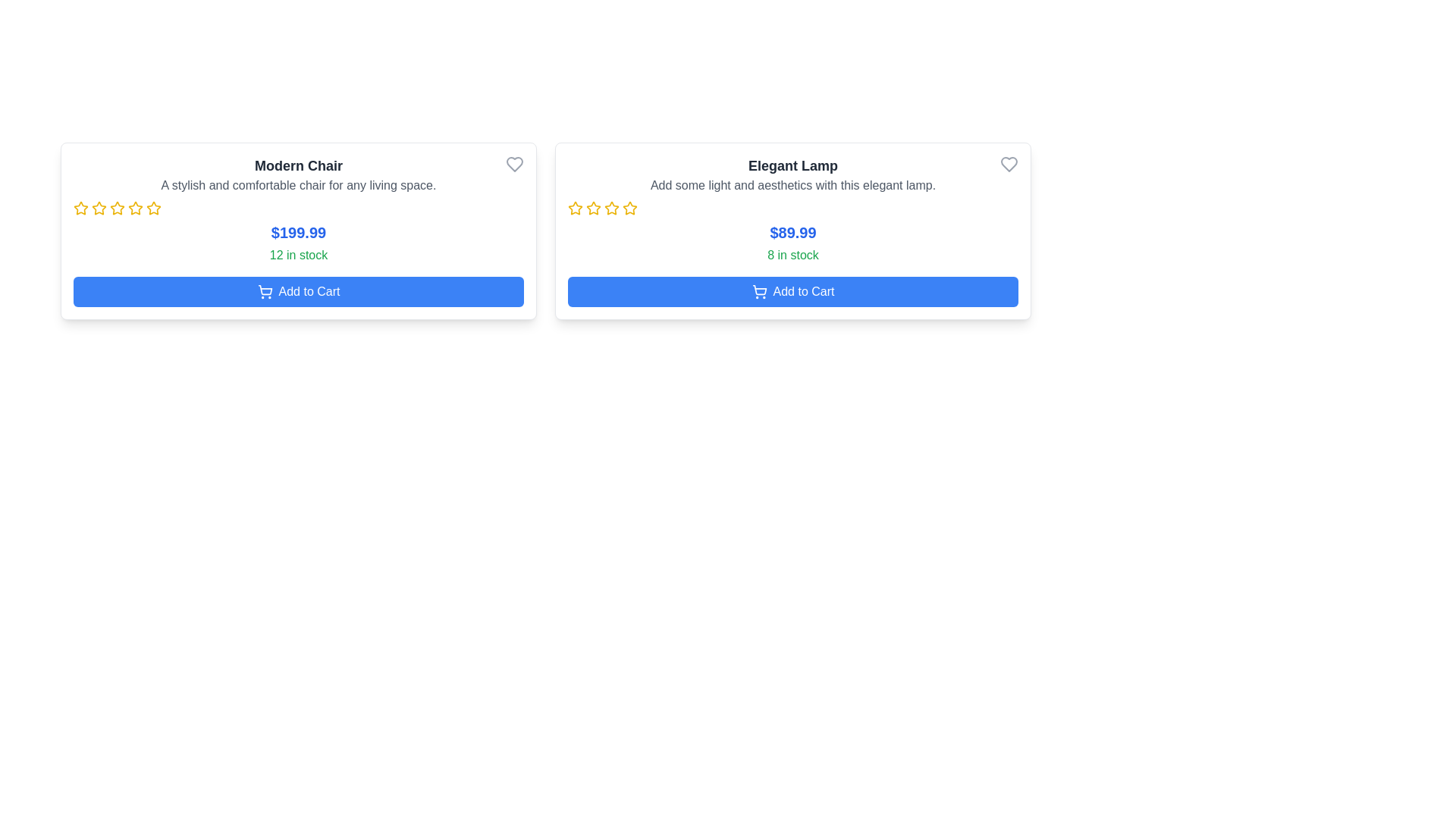 This screenshot has width=1456, height=819. What do you see at coordinates (135, 208) in the screenshot?
I see `the fifth yellow star icon in the rating system below the product title 'Modern Chair' and above the price information` at bounding box center [135, 208].